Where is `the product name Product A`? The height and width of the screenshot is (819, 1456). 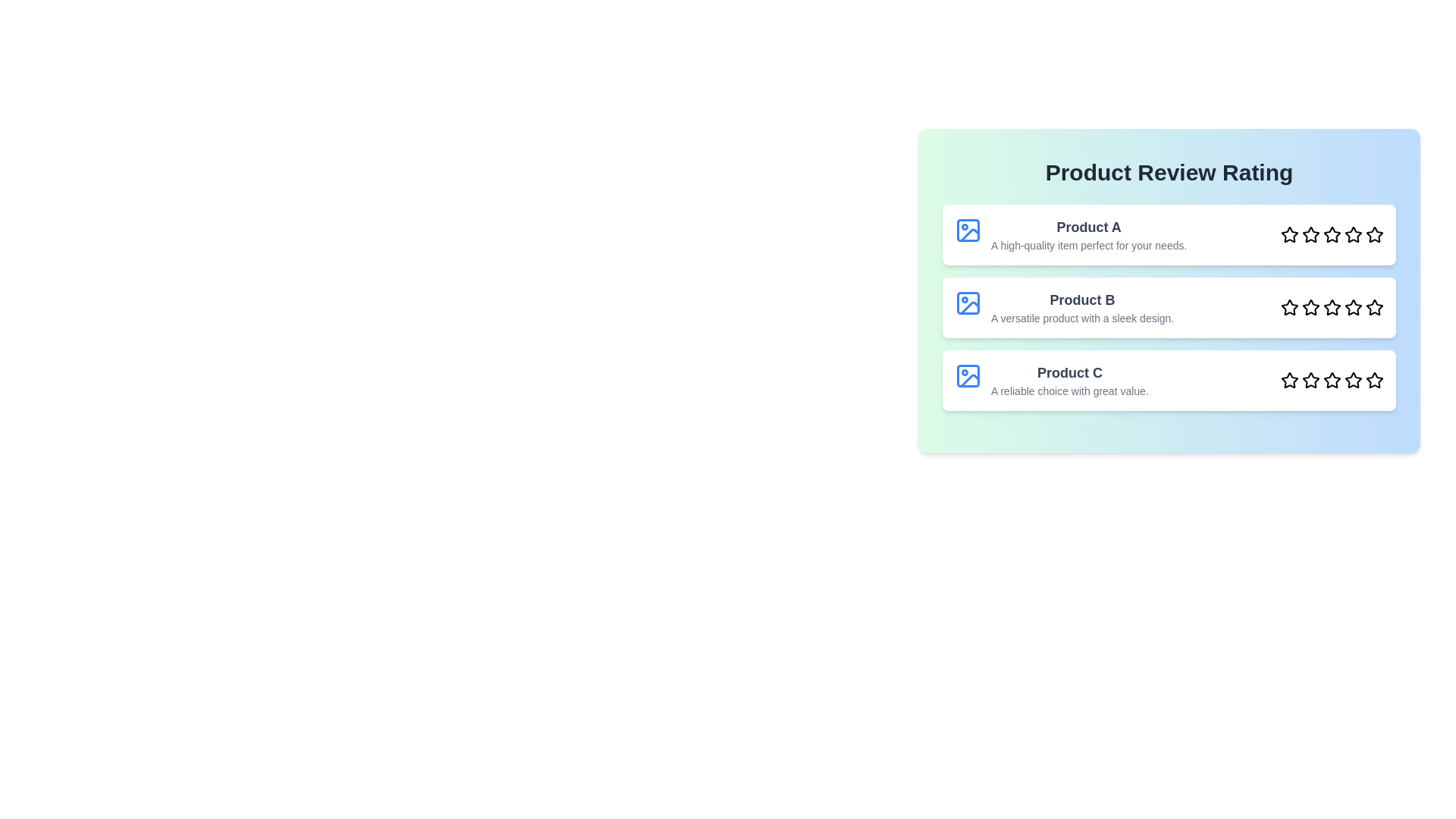 the product name Product A is located at coordinates (1087, 227).